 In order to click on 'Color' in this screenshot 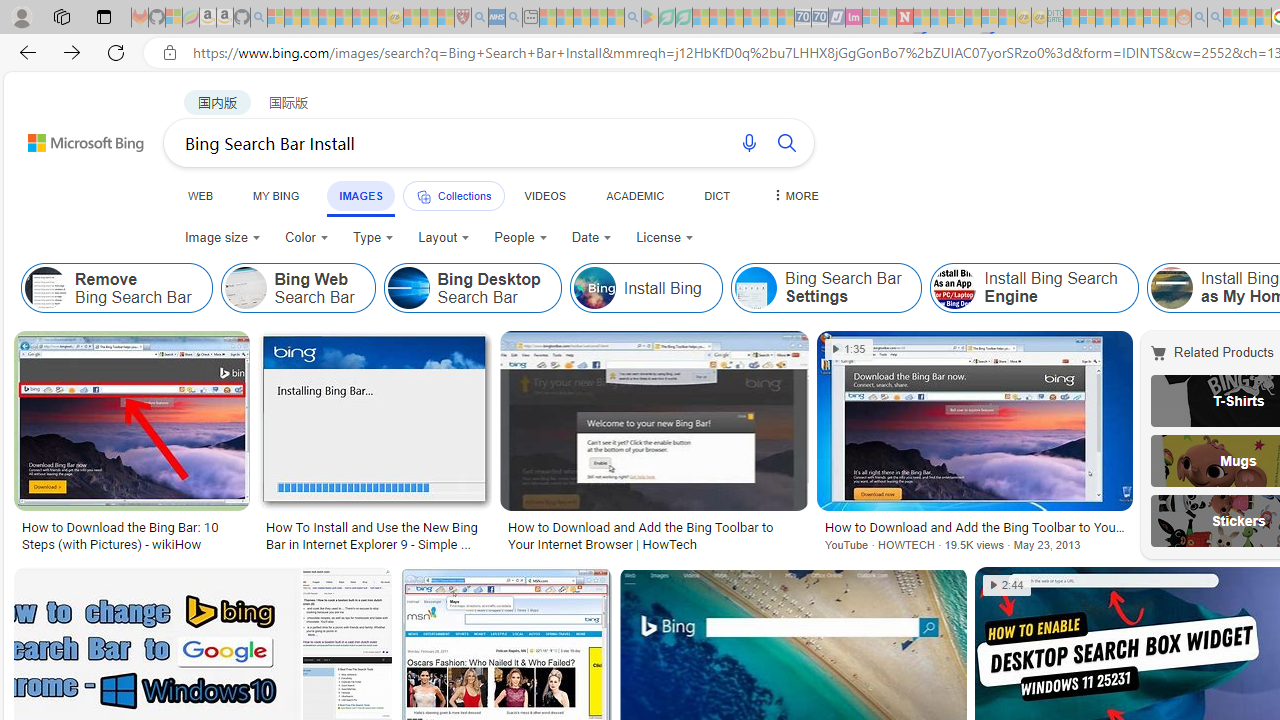, I will do `click(304, 236)`.